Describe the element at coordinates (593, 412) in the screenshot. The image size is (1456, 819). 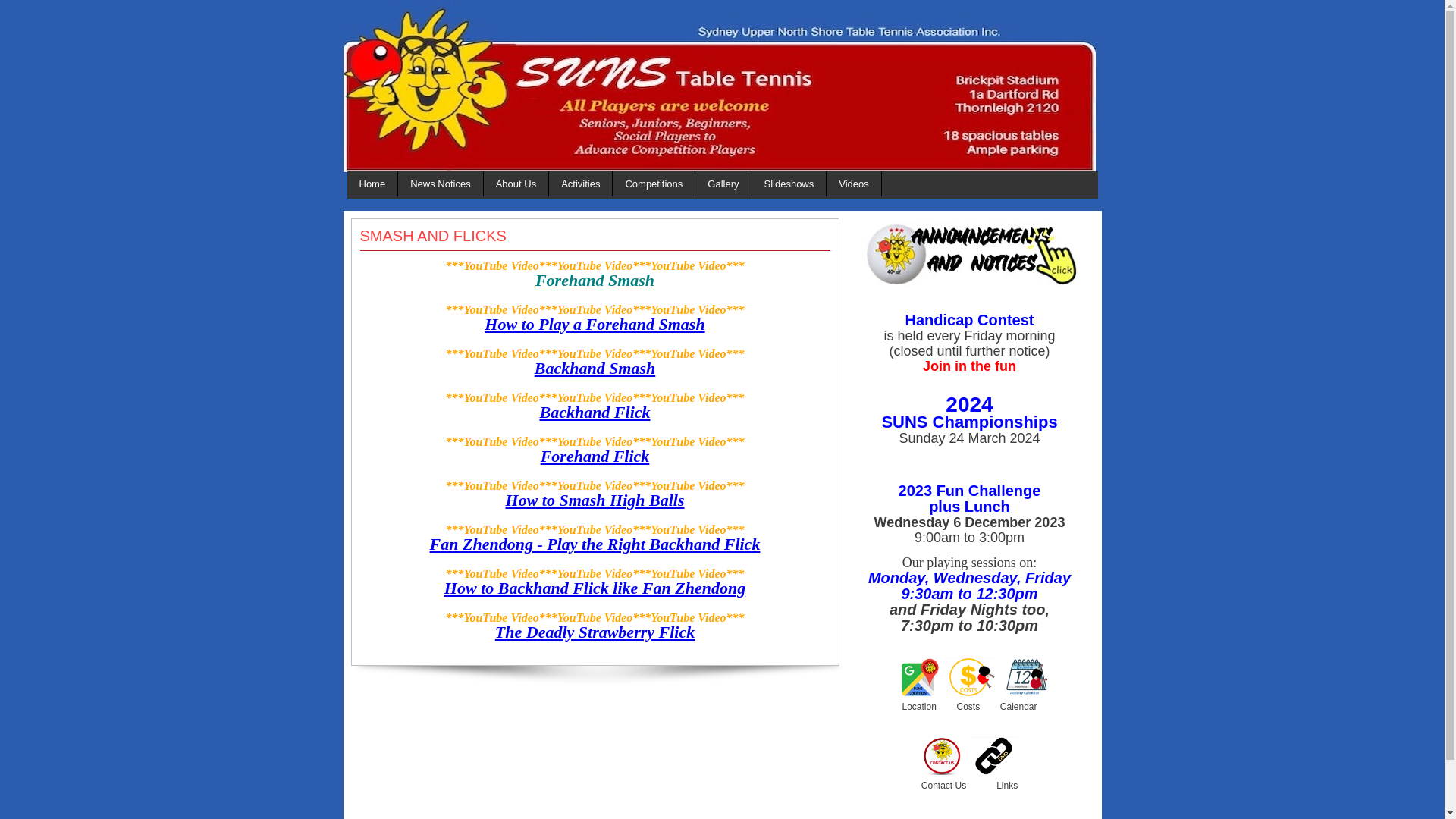
I see `'Backhand Flick'` at that location.